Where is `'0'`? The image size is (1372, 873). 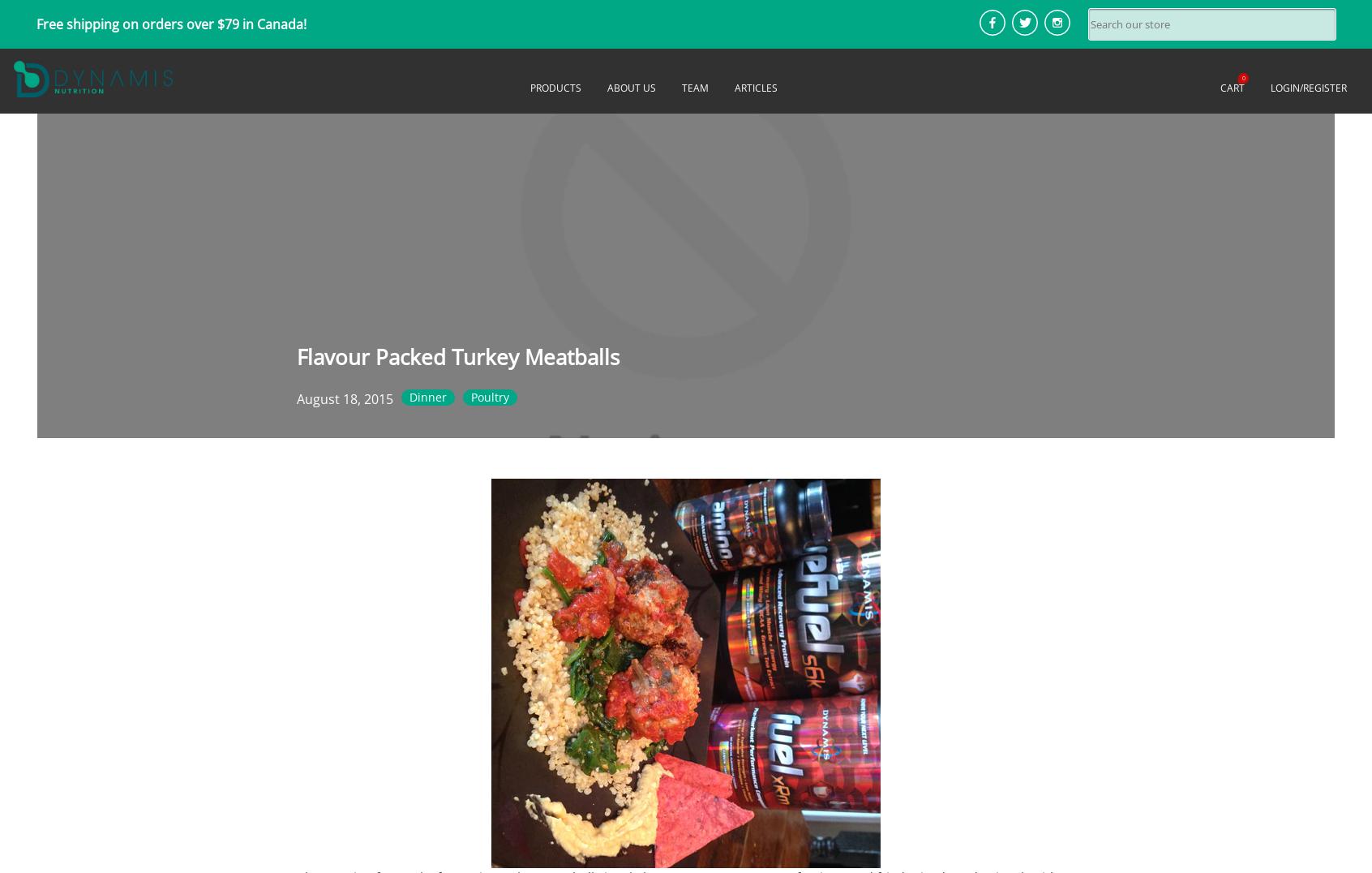
'0' is located at coordinates (1241, 76).